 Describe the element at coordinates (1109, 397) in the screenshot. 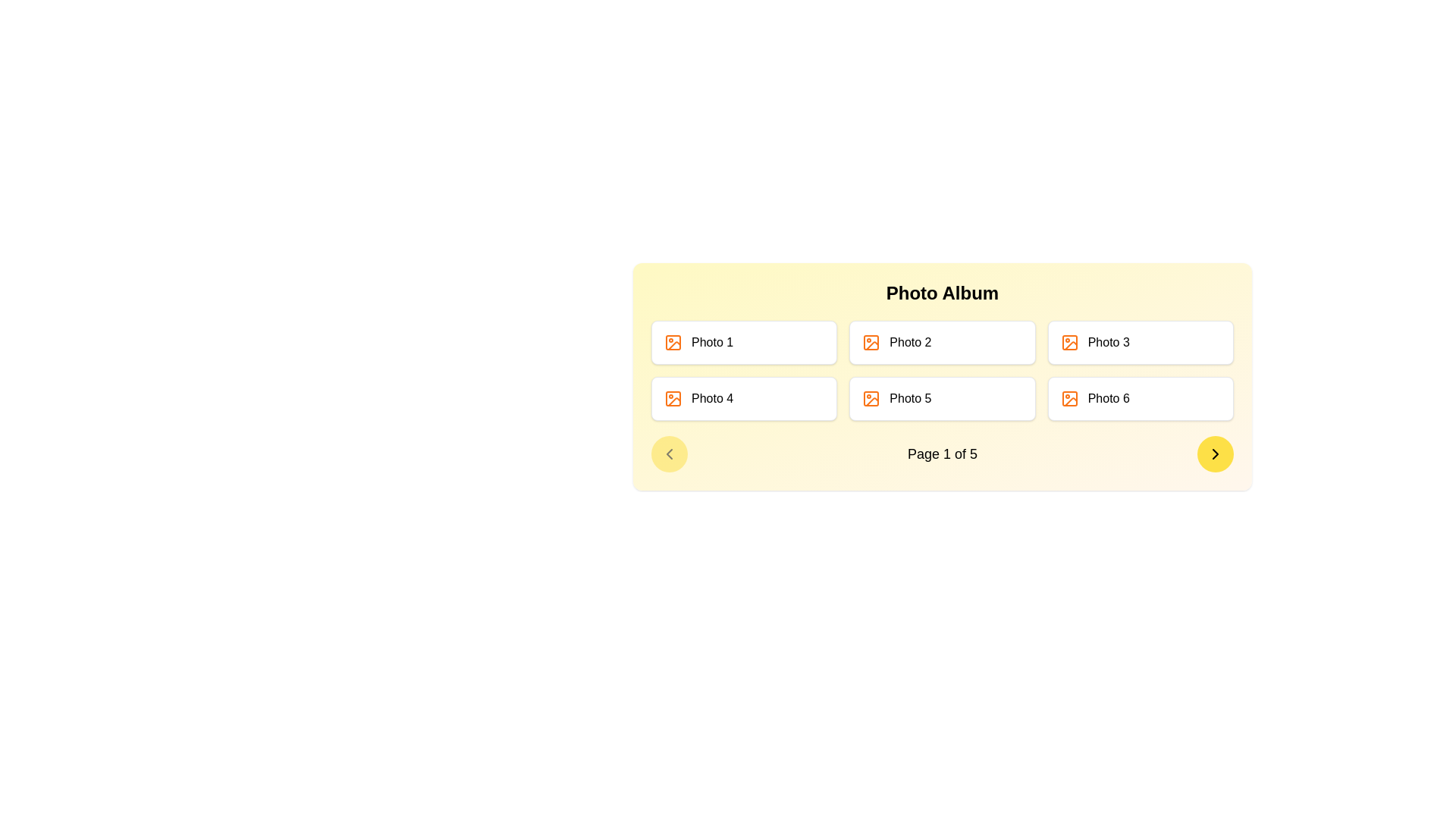

I see `the 'Photo 6' text label, which is styled with a clean sans-serif font in black color and located in the bottom-right card of a photo album interface` at that location.